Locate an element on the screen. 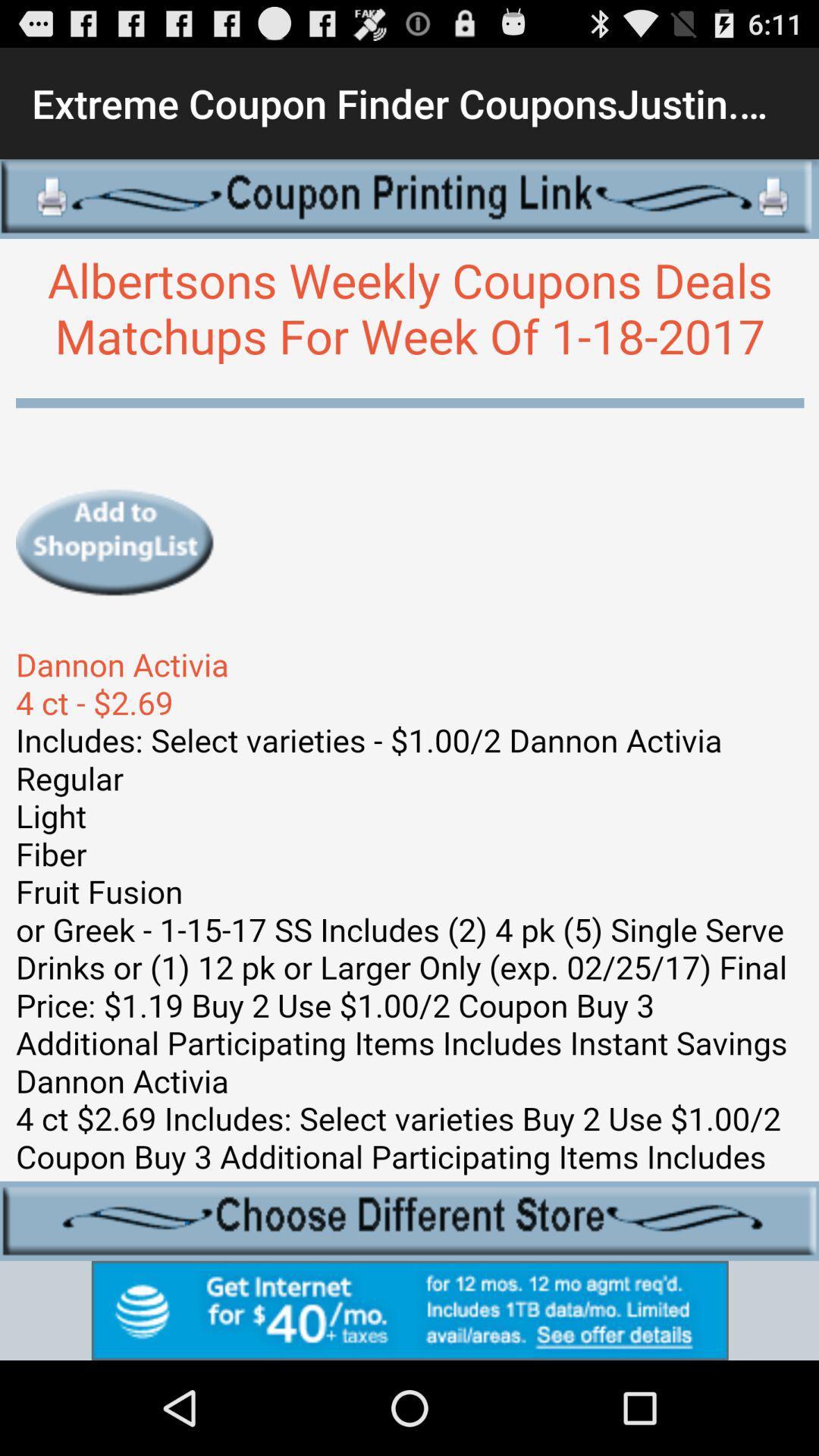 The image size is (819, 1456). change location is located at coordinates (409, 1221).